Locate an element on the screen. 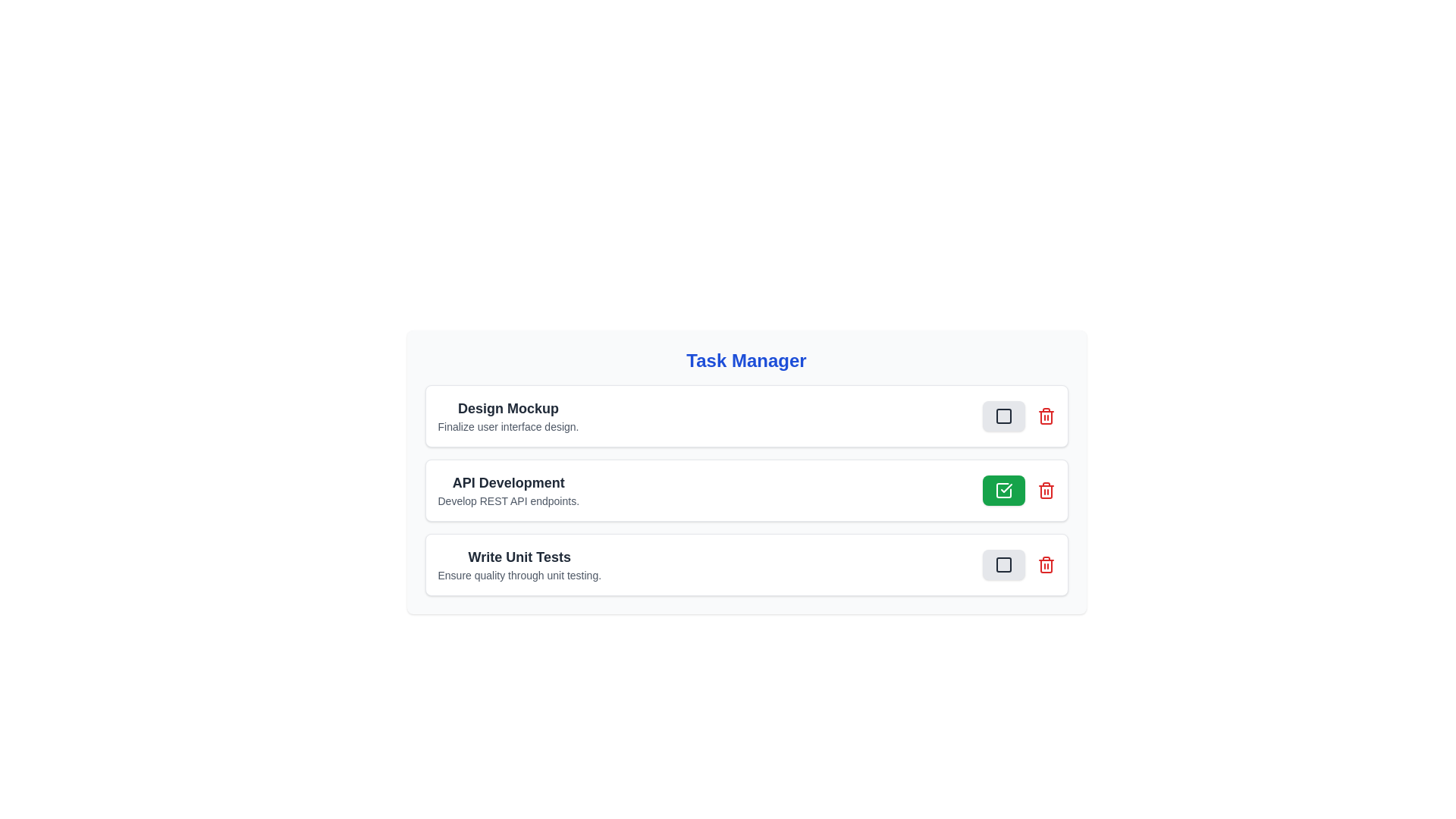  the text header displaying 'Task Manager', which is bold, large, and blue, located at the top of the interface is located at coordinates (746, 360).